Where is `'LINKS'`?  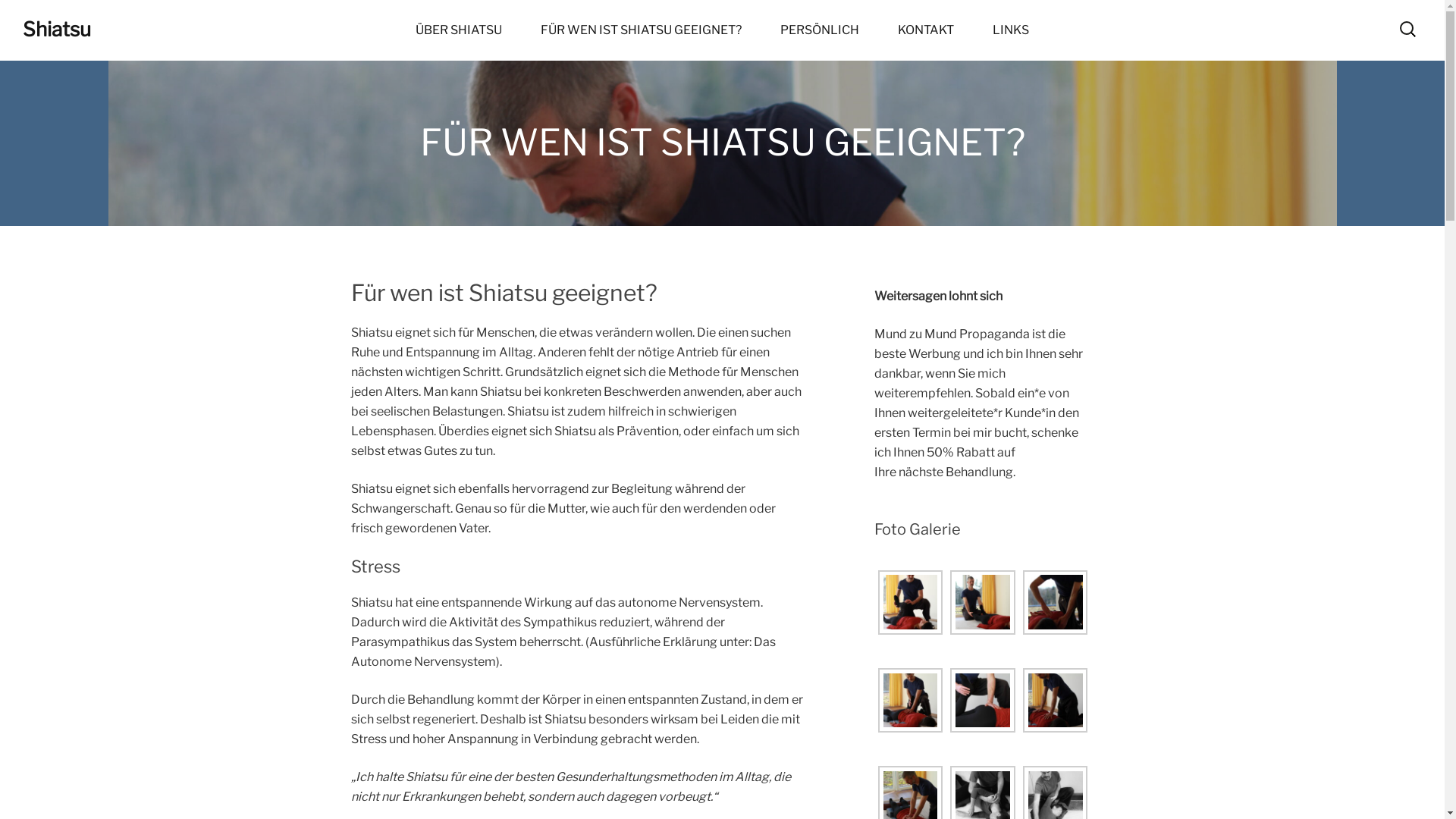 'LINKS' is located at coordinates (1011, 30).